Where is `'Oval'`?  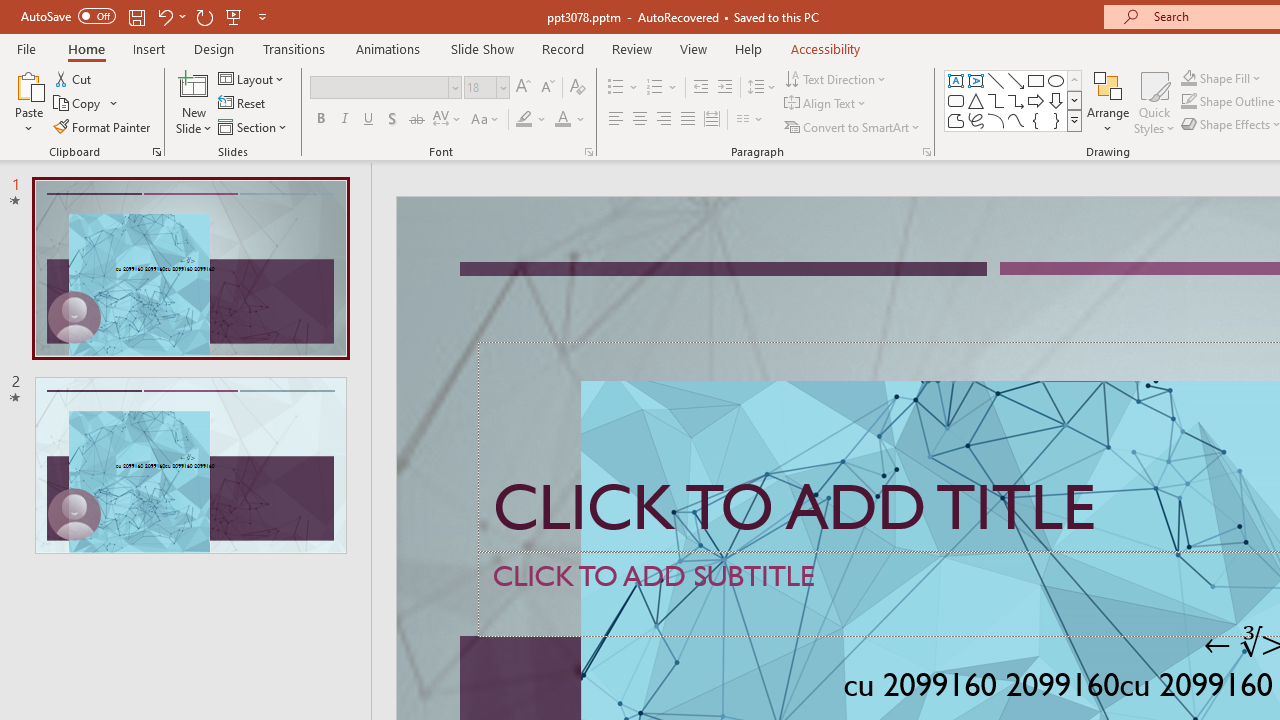 'Oval' is located at coordinates (1055, 80).